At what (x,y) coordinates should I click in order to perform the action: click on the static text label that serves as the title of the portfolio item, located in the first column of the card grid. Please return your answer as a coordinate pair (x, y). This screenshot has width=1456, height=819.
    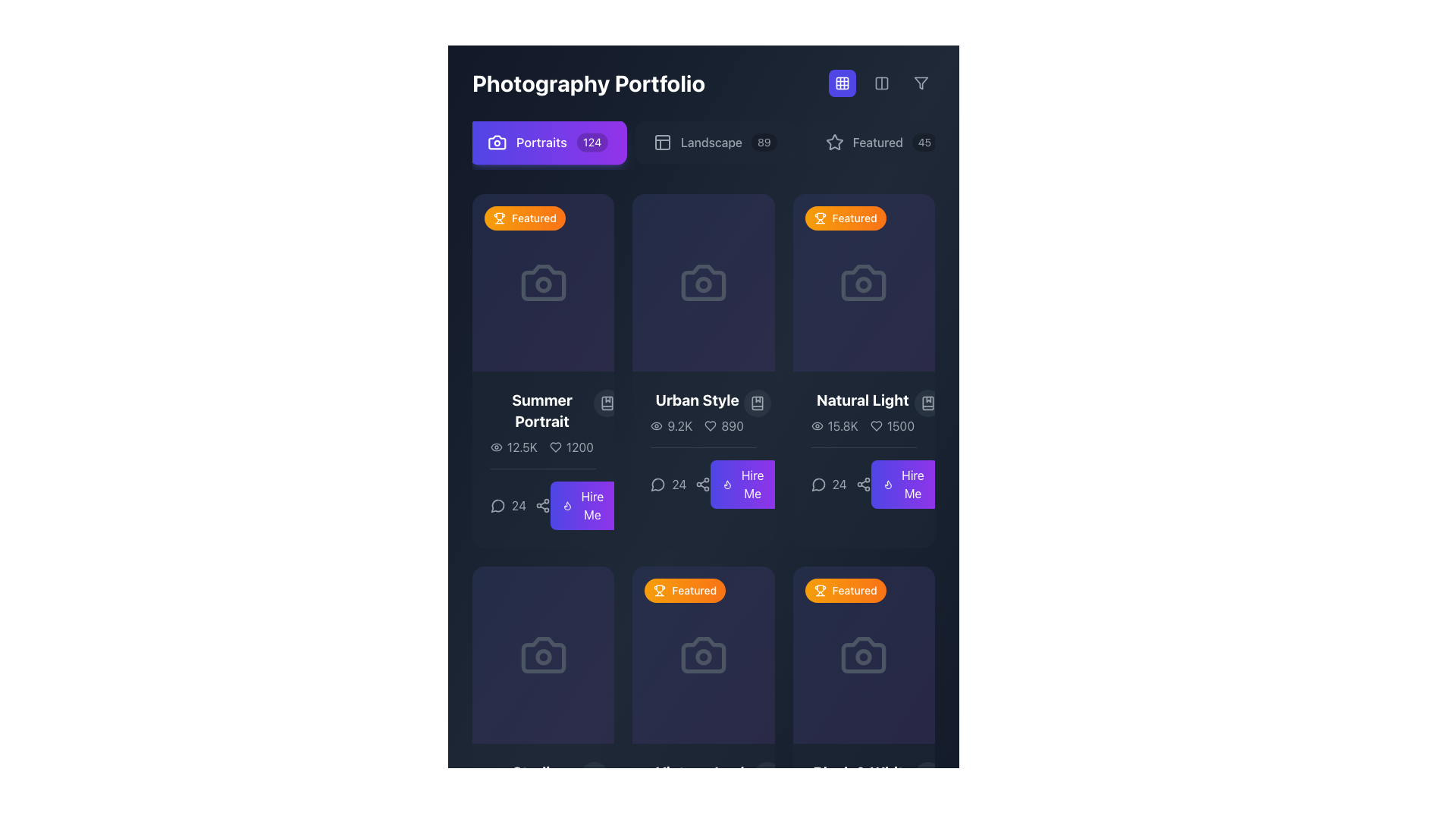
    Looking at the image, I should click on (542, 411).